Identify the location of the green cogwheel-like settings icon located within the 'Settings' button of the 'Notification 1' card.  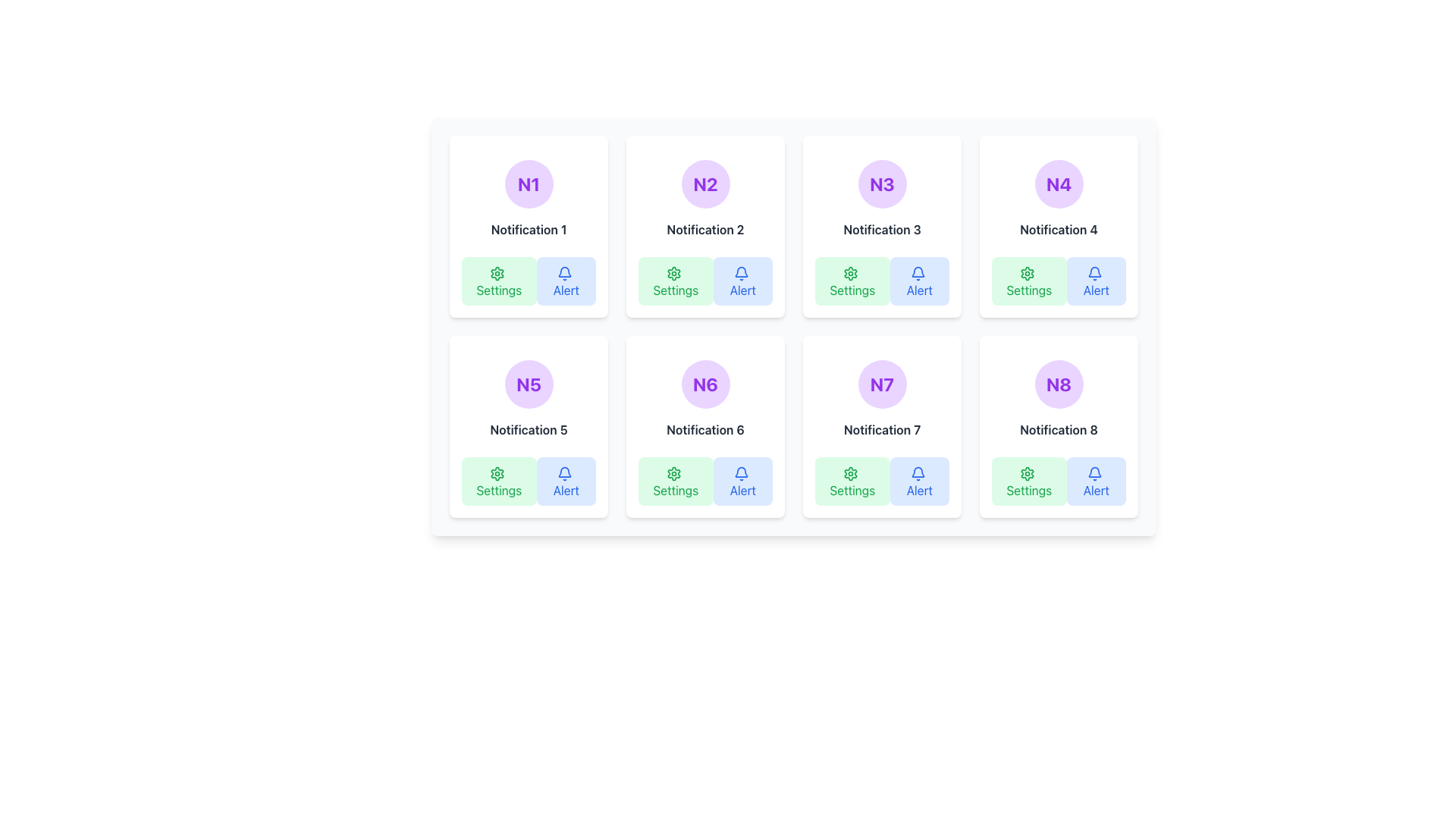
(497, 273).